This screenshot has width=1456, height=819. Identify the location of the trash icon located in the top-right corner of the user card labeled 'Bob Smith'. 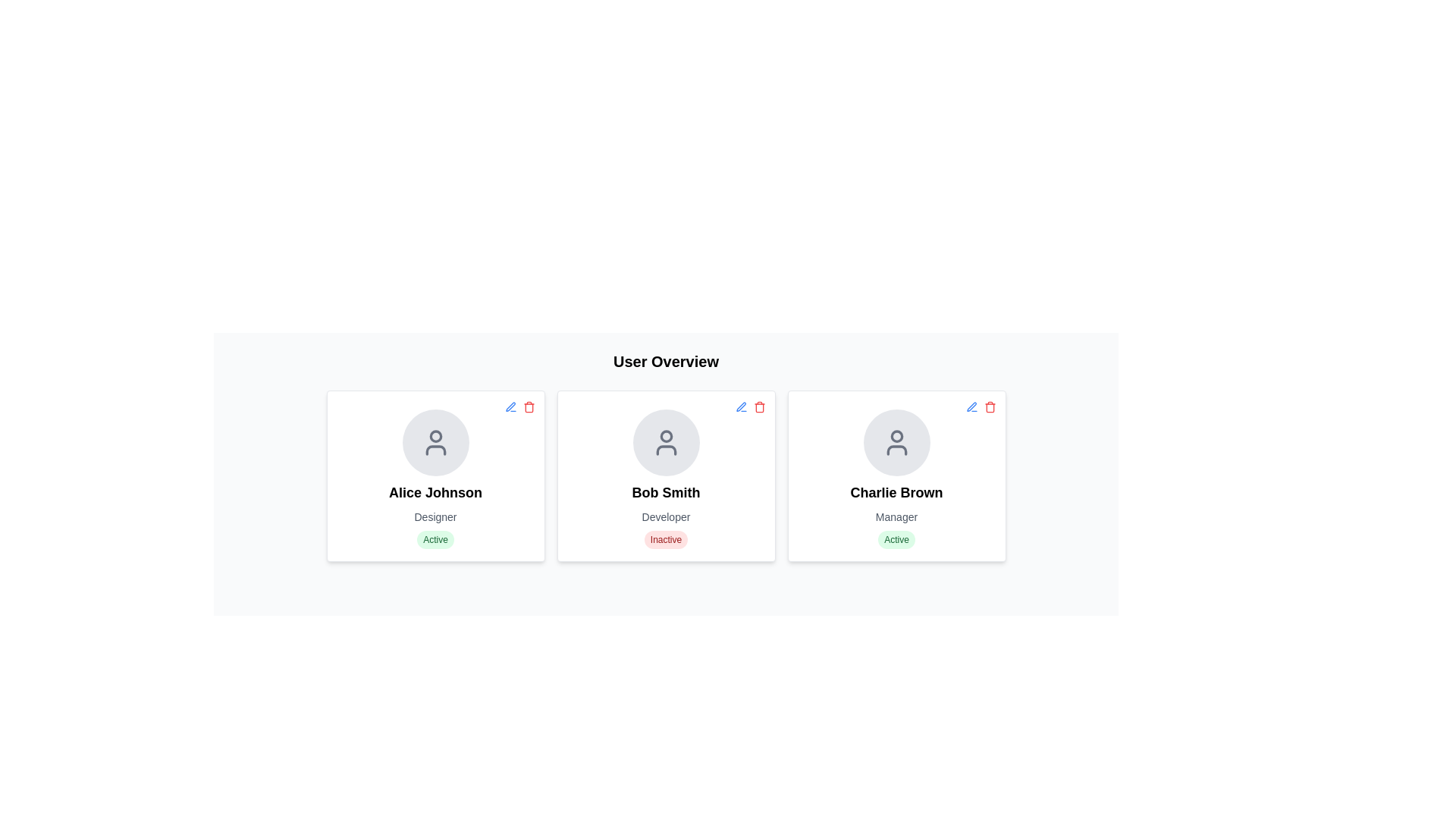
(759, 407).